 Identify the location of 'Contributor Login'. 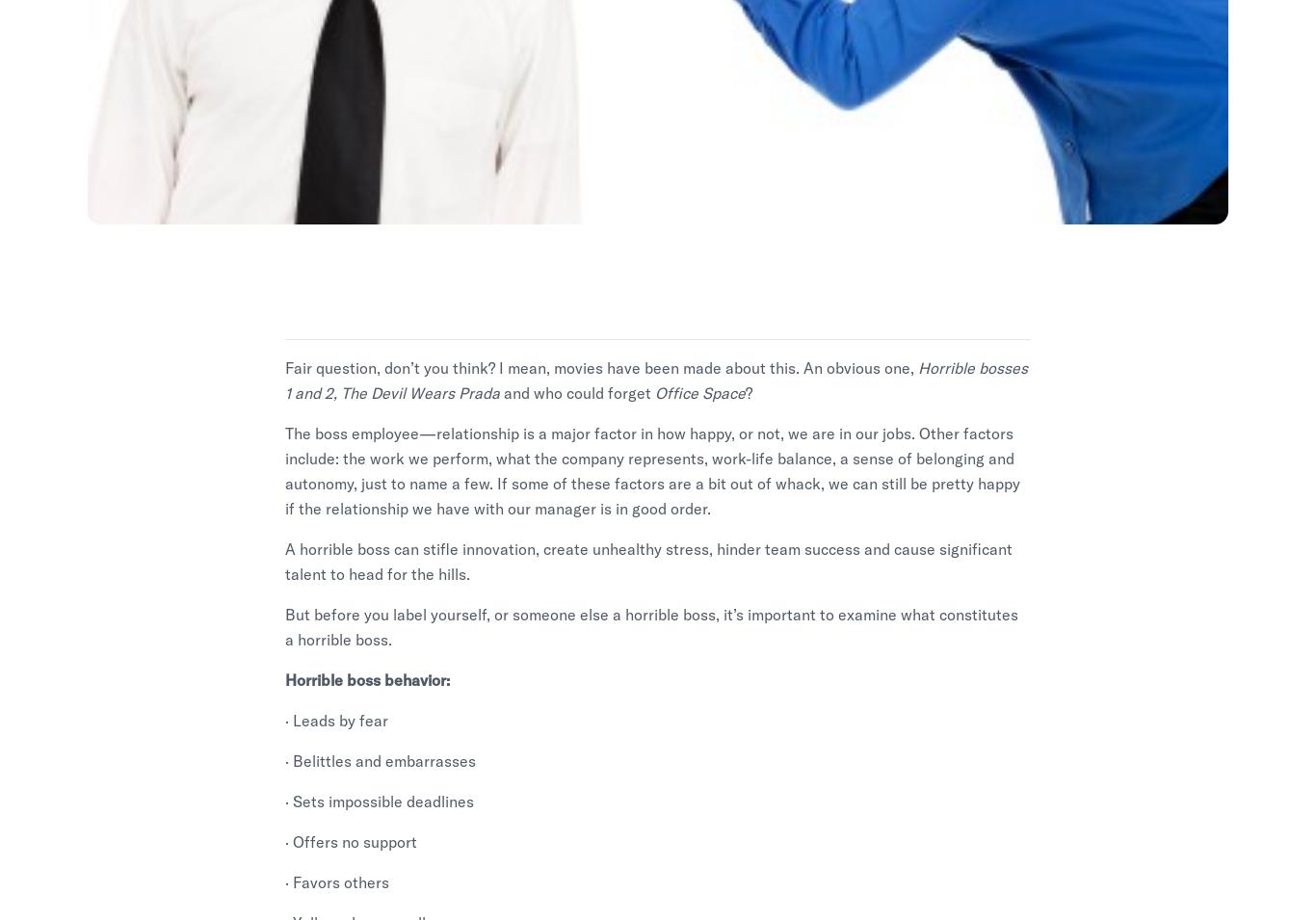
(1122, 622).